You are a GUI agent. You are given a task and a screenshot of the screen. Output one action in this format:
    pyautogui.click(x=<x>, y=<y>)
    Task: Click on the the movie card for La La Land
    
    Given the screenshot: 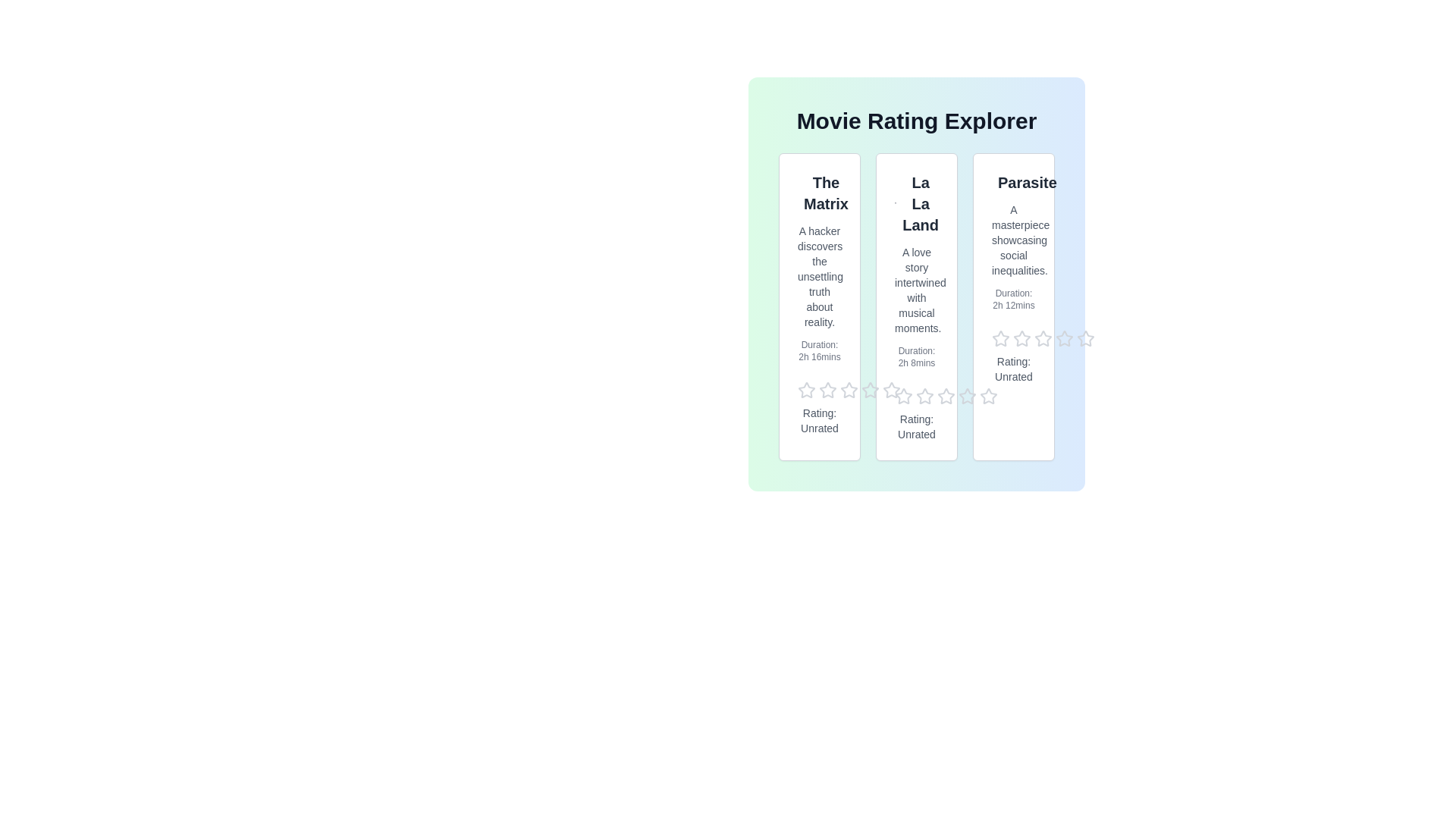 What is the action you would take?
    pyautogui.click(x=916, y=307)
    